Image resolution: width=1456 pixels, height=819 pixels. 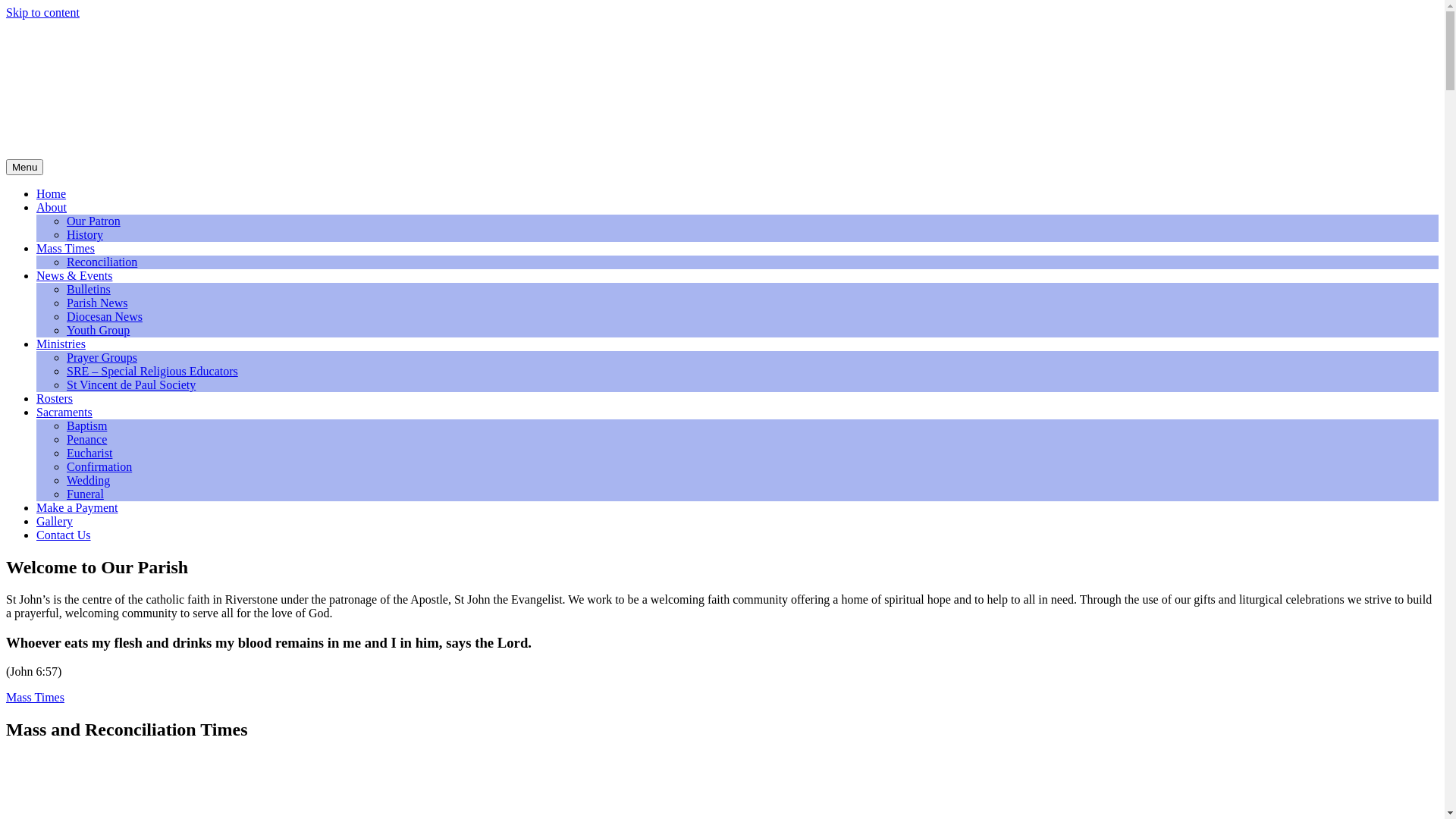 I want to click on 'Diocesan News', so click(x=104, y=315).